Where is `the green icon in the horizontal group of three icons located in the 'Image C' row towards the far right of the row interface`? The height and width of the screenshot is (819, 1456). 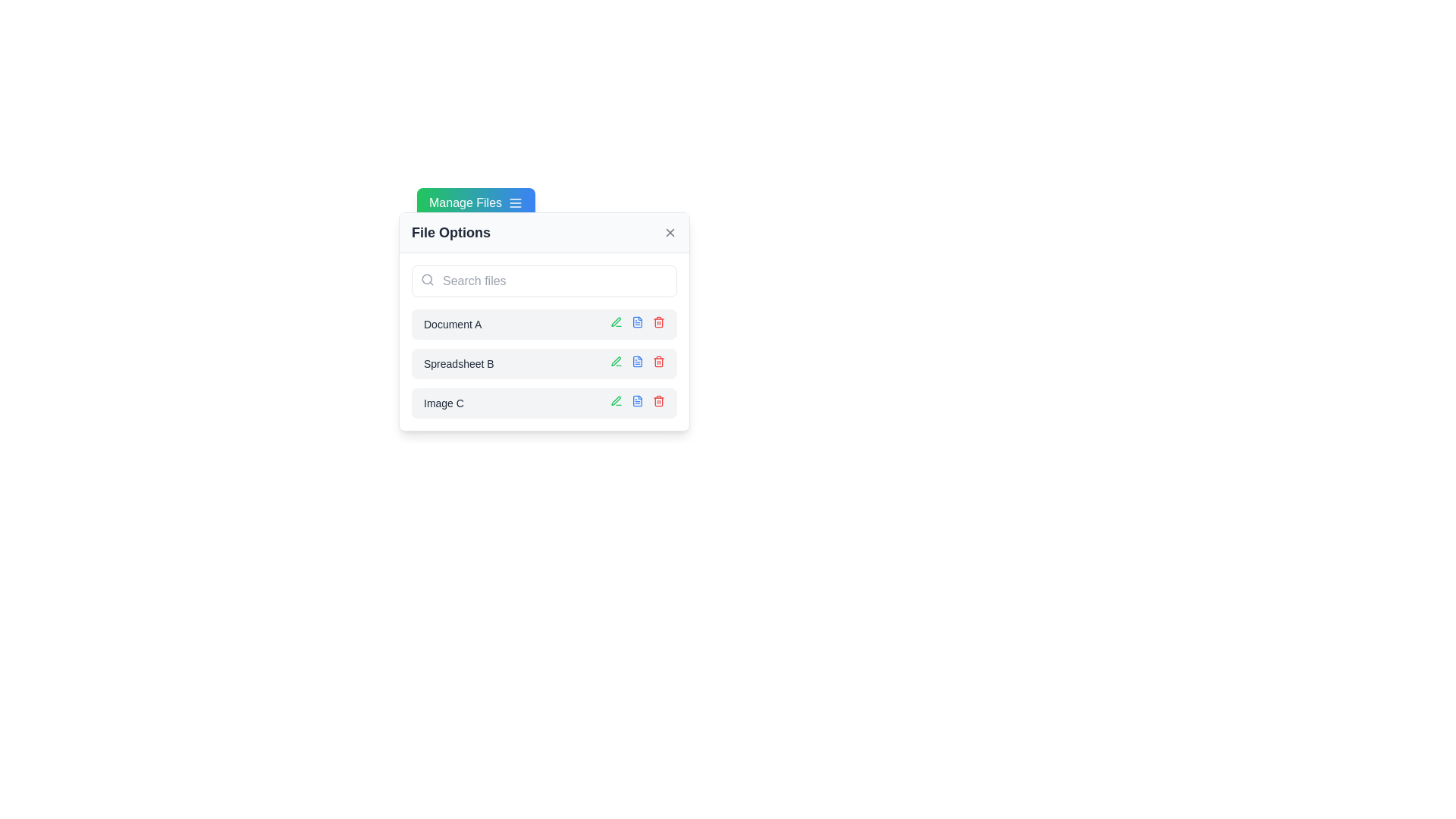
the green icon in the horizontal group of three icons located in the 'Image C' row towards the far right of the row interface is located at coordinates (637, 403).